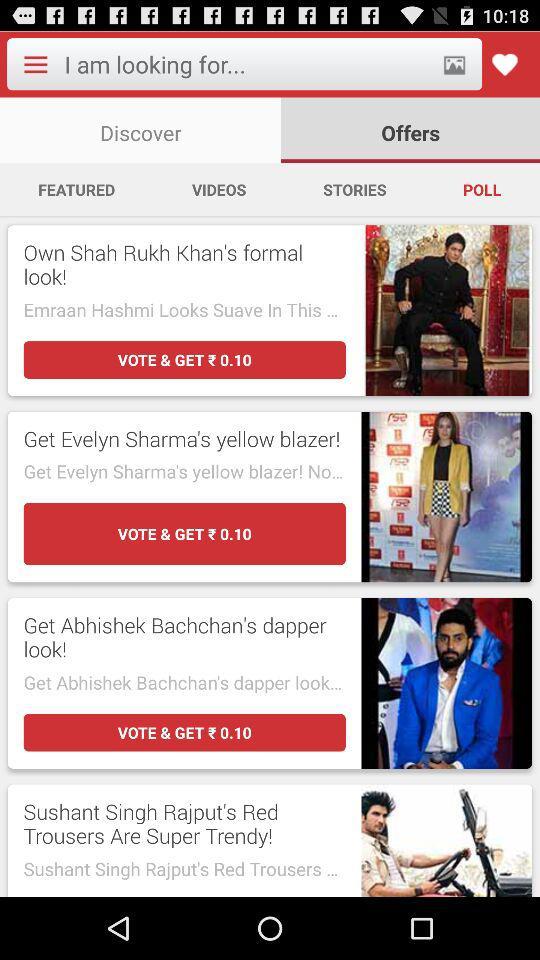 The width and height of the screenshot is (540, 960). What do you see at coordinates (35, 68) in the screenshot?
I see `the menu icon` at bounding box center [35, 68].